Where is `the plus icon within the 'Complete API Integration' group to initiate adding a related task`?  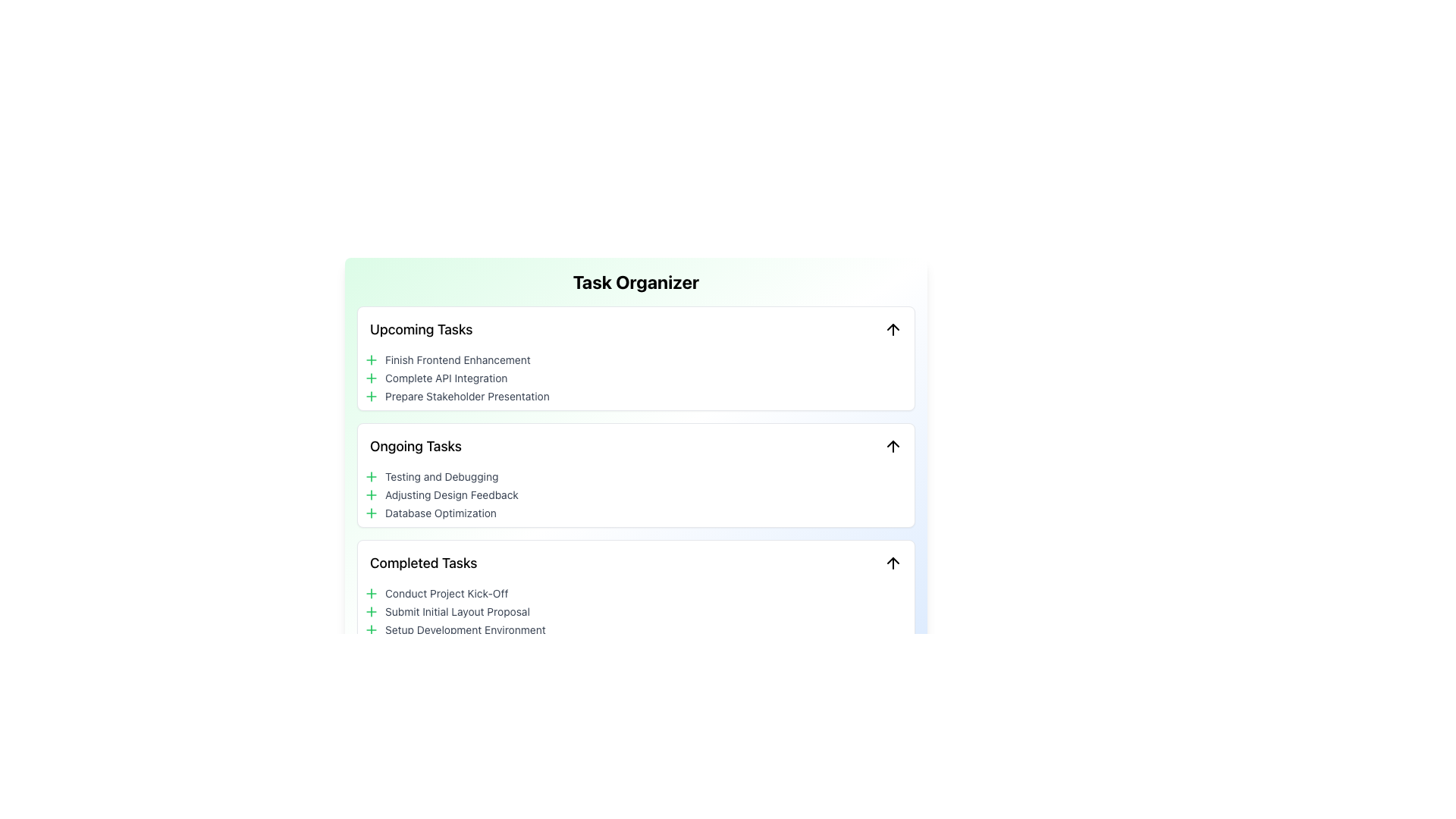
the plus icon within the 'Complete API Integration' group to initiate adding a related task is located at coordinates (371, 377).